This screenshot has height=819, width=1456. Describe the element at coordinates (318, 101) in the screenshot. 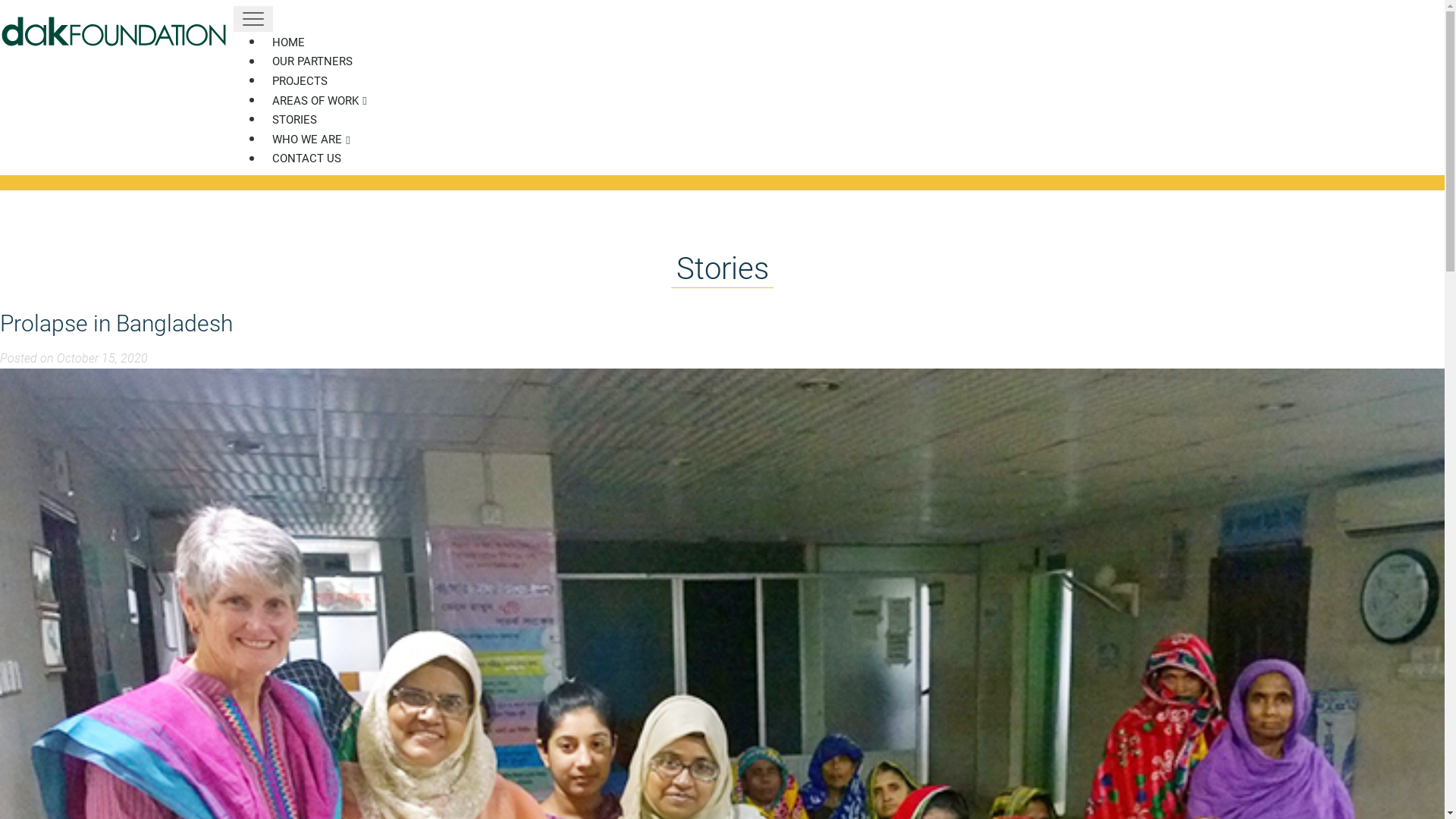

I see `'AREAS OF WORK'` at that location.